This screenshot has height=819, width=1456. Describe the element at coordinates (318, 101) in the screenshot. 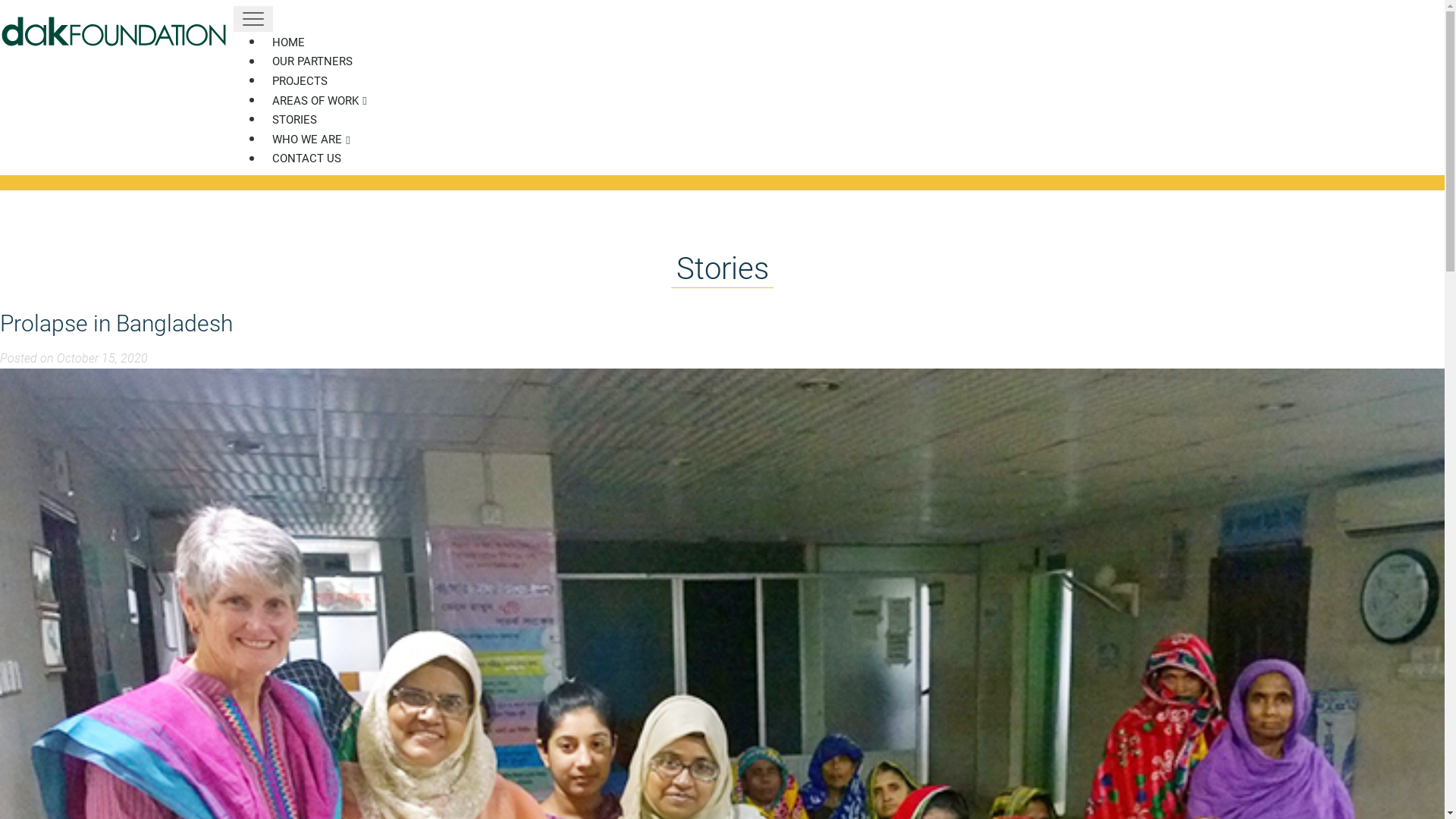

I see `'AREAS OF WORK'` at that location.